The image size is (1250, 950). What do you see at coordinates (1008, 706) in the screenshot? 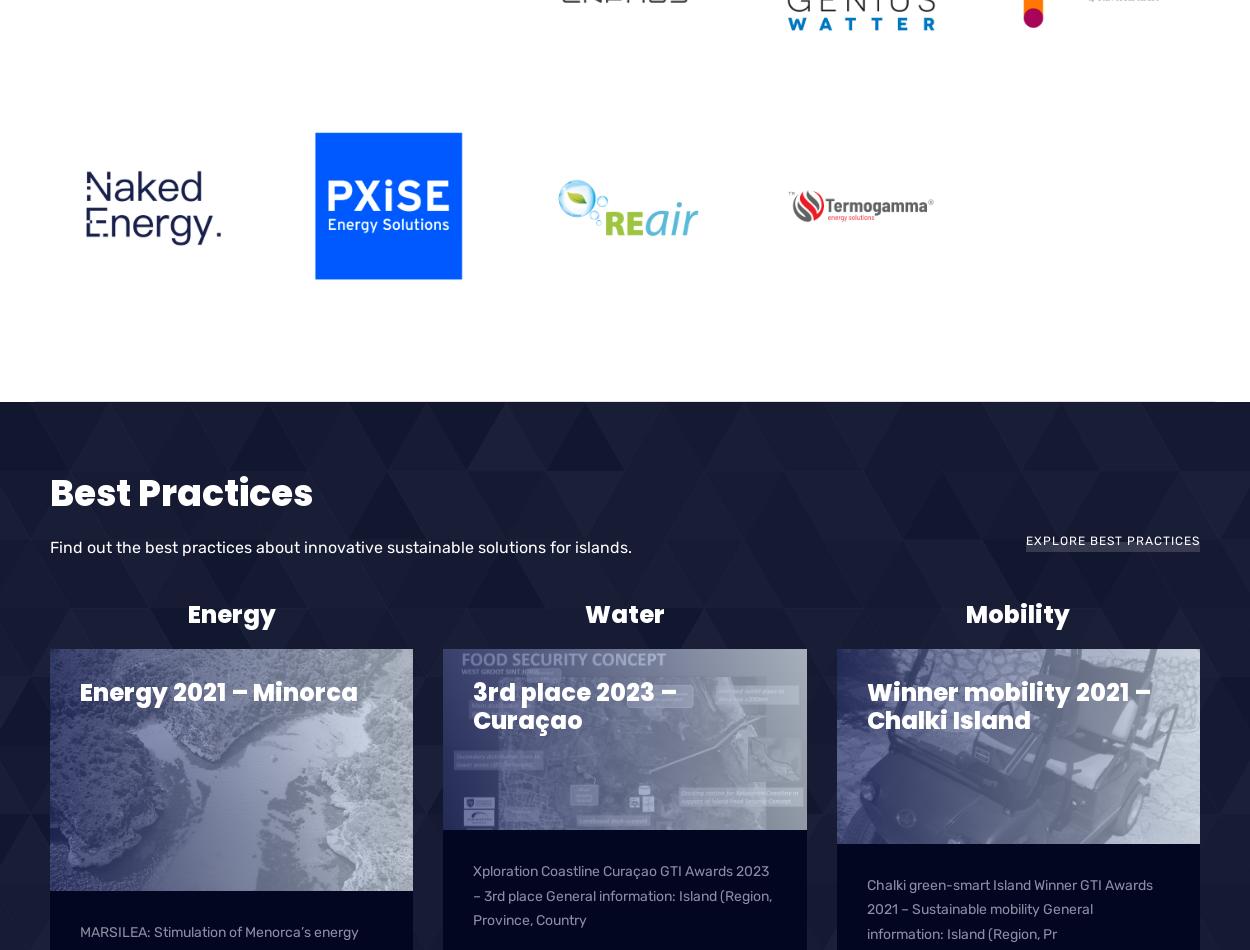
I see `'Winner mobility 2021 – Chalki Island'` at bounding box center [1008, 706].